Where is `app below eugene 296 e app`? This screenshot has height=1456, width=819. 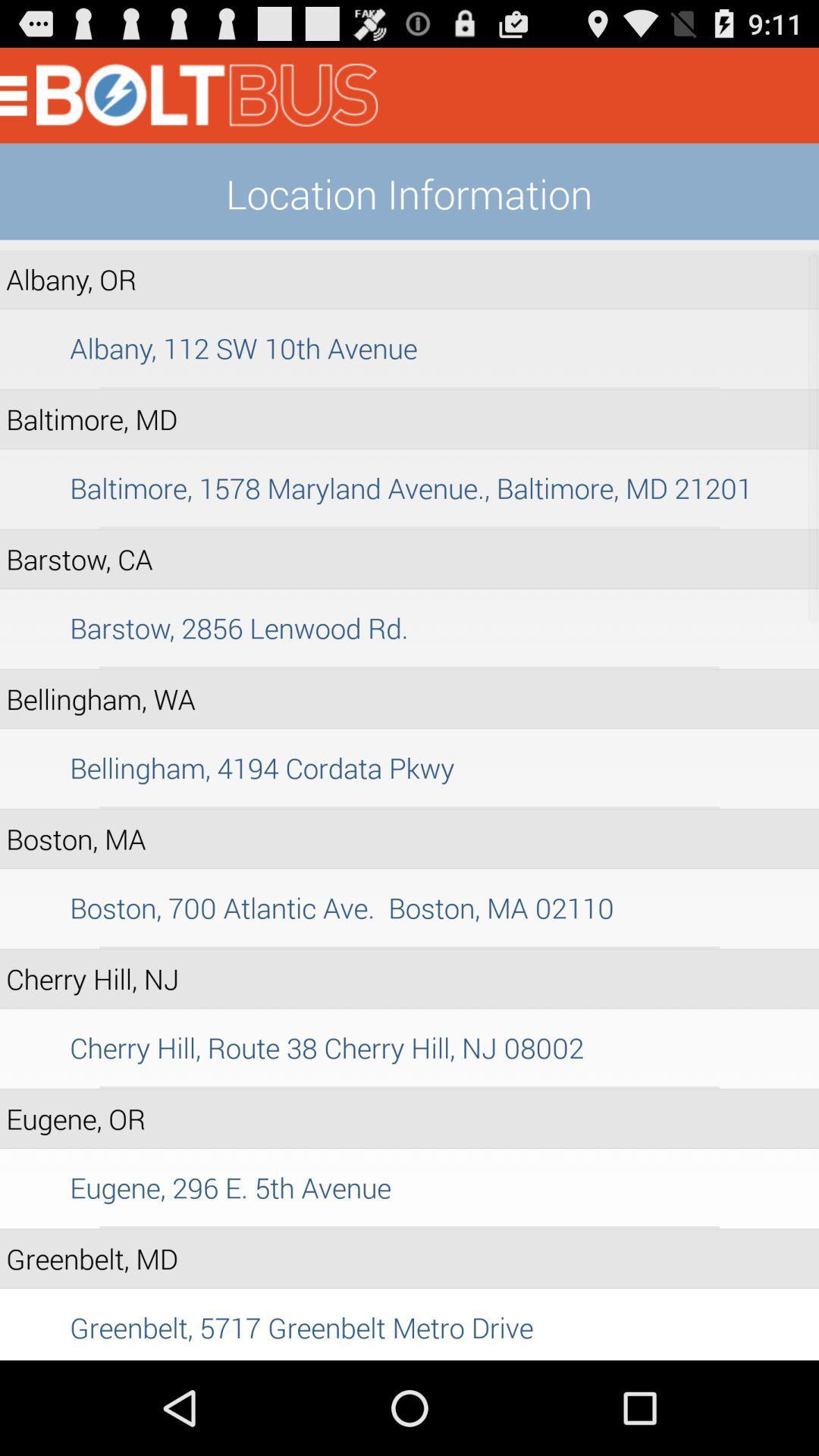 app below eugene 296 e app is located at coordinates (409, 1227).